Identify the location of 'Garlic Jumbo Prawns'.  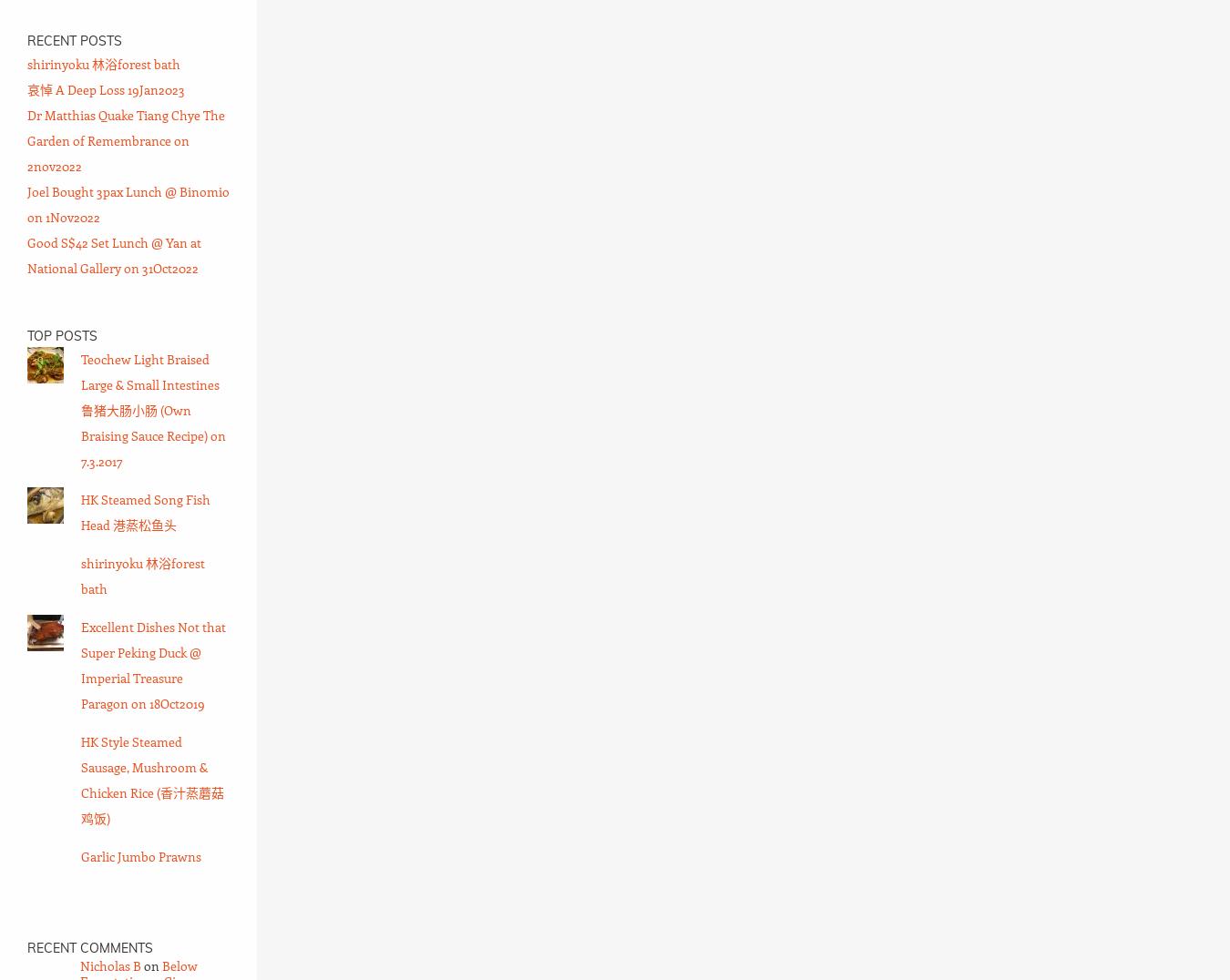
(140, 855).